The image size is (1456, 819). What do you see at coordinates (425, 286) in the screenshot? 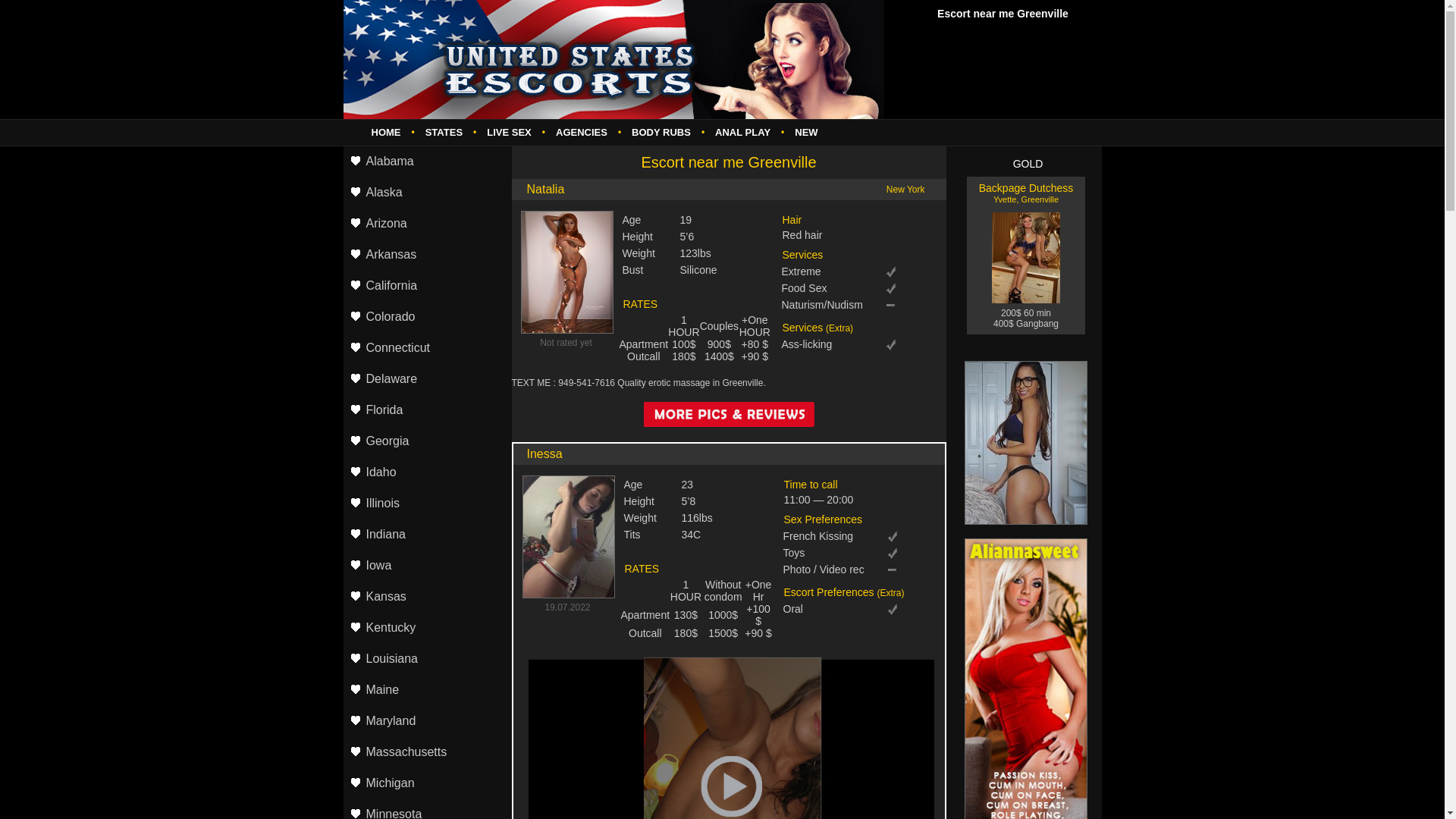
I see `'California'` at bounding box center [425, 286].